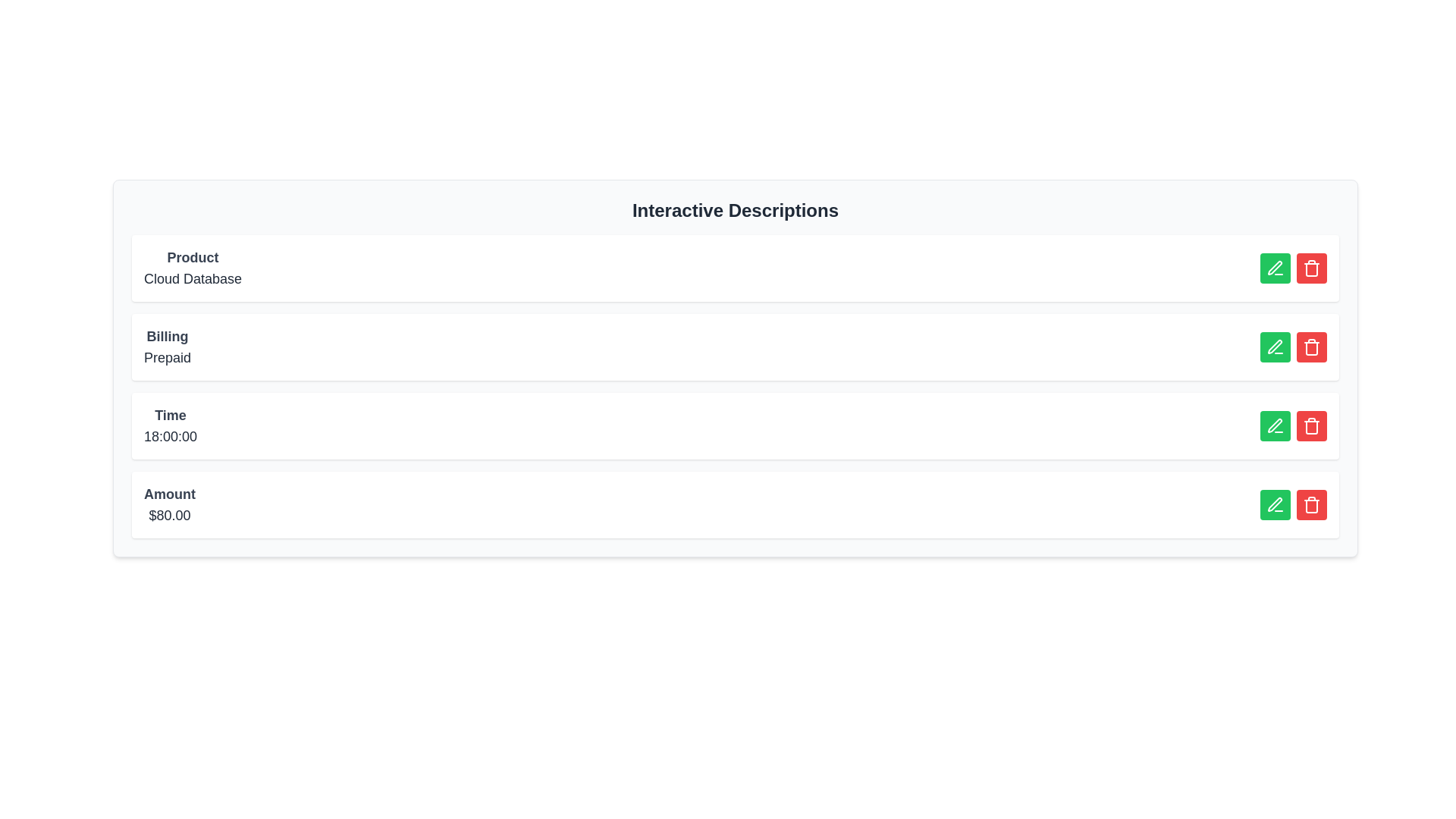 The width and height of the screenshot is (1456, 819). What do you see at coordinates (1310, 347) in the screenshot?
I see `the delete icon located on the far right side of the interface, nested within a red circular button` at bounding box center [1310, 347].